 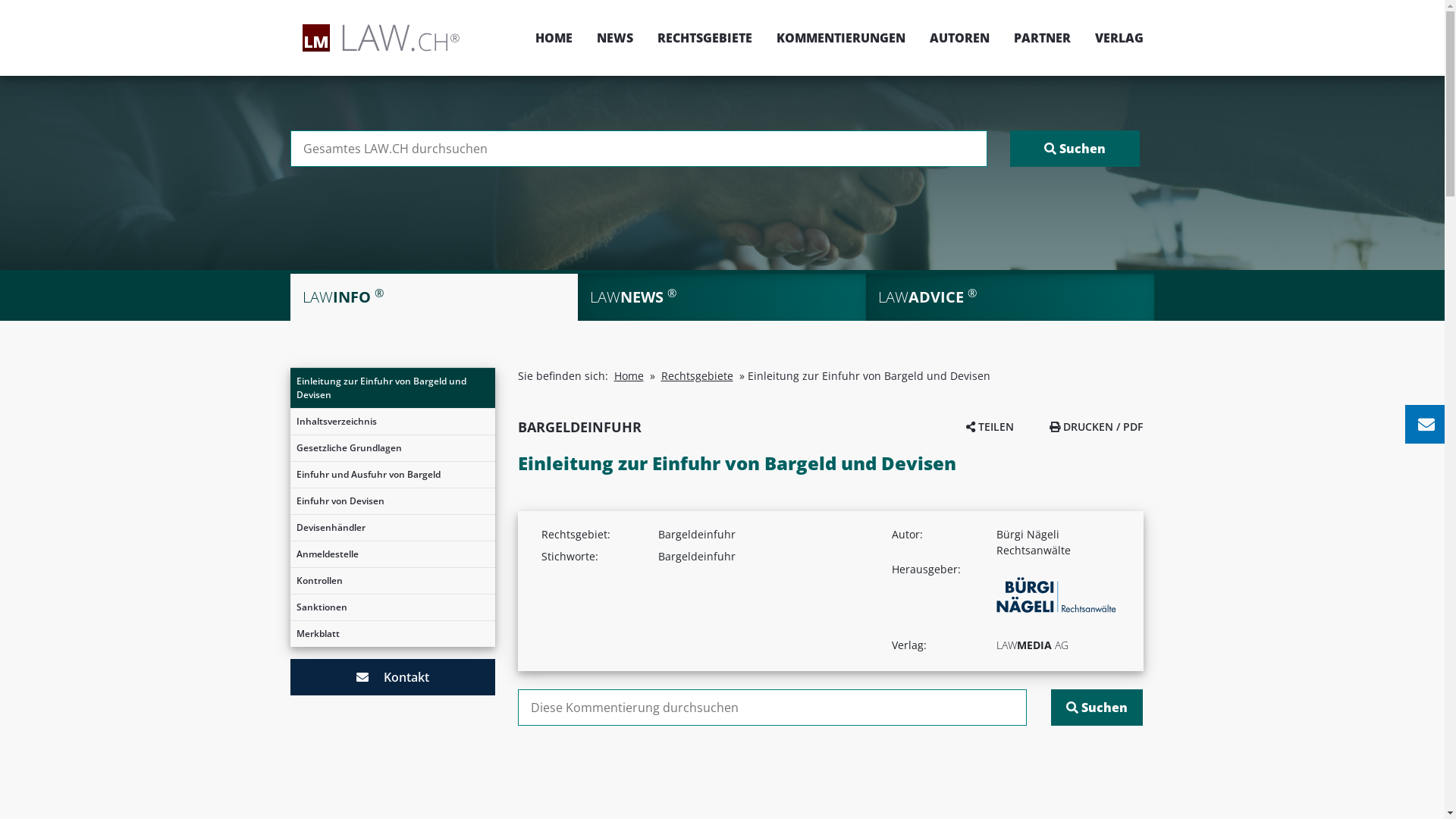 What do you see at coordinates (290, 149) in the screenshot?
I see `'Suchen nach:'` at bounding box center [290, 149].